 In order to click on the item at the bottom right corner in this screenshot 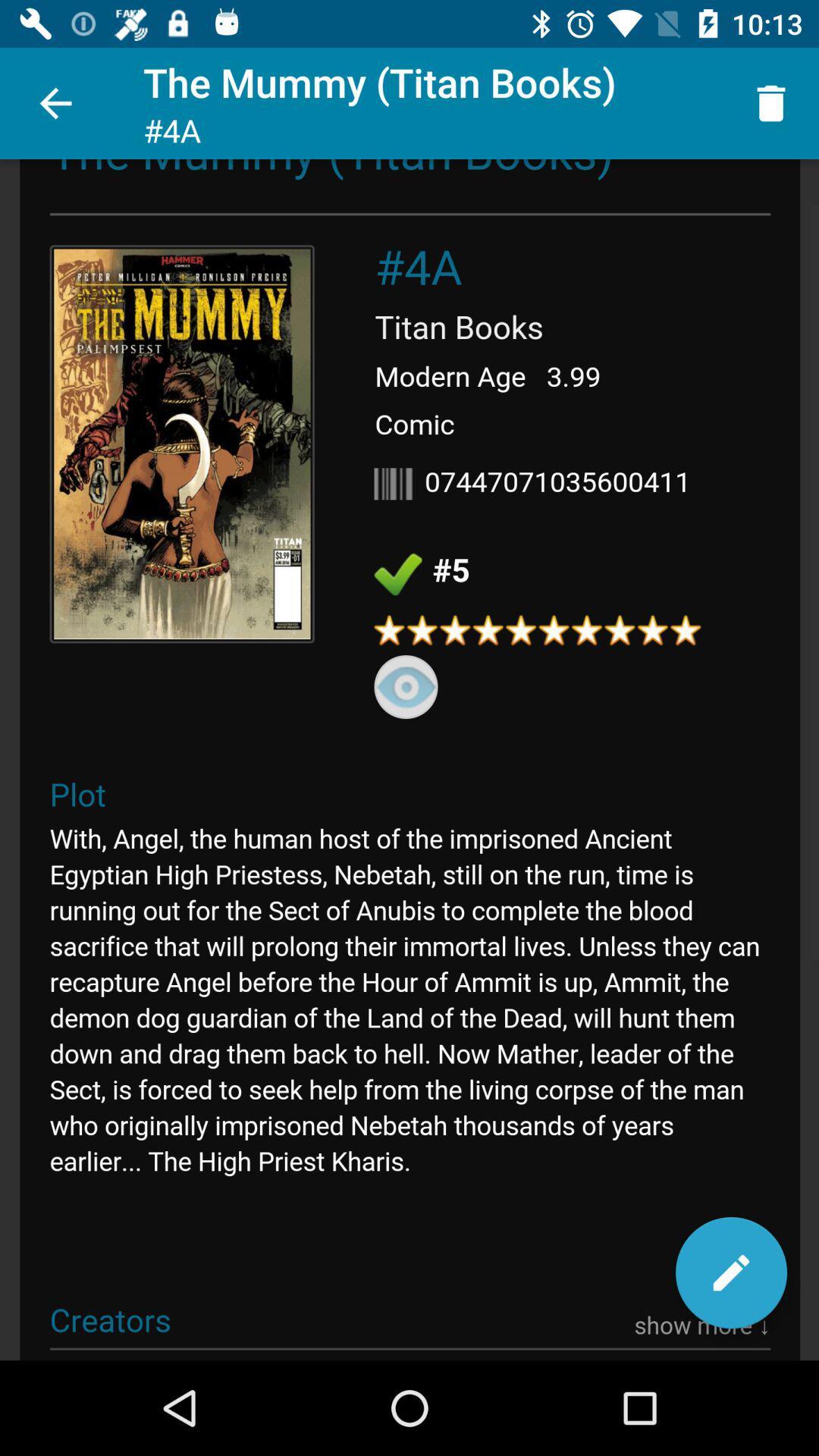, I will do `click(730, 1272)`.